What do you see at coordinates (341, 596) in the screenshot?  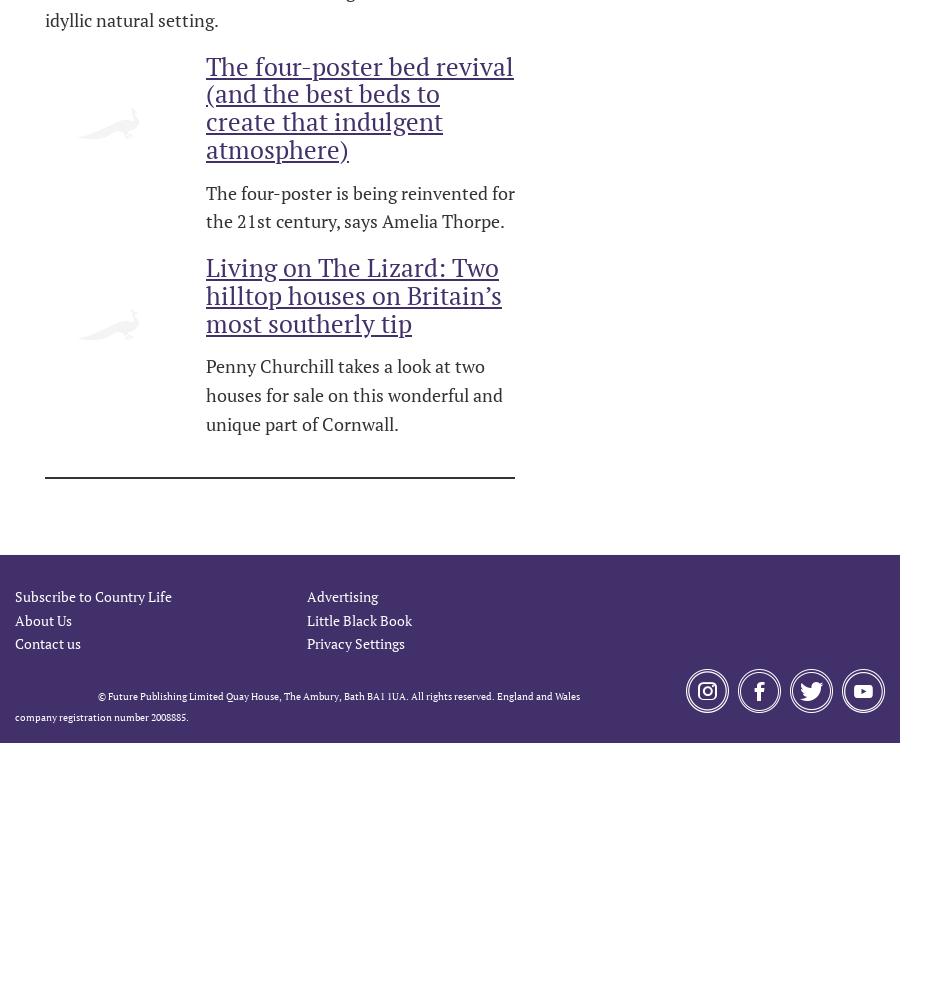 I see `'Advertising'` at bounding box center [341, 596].